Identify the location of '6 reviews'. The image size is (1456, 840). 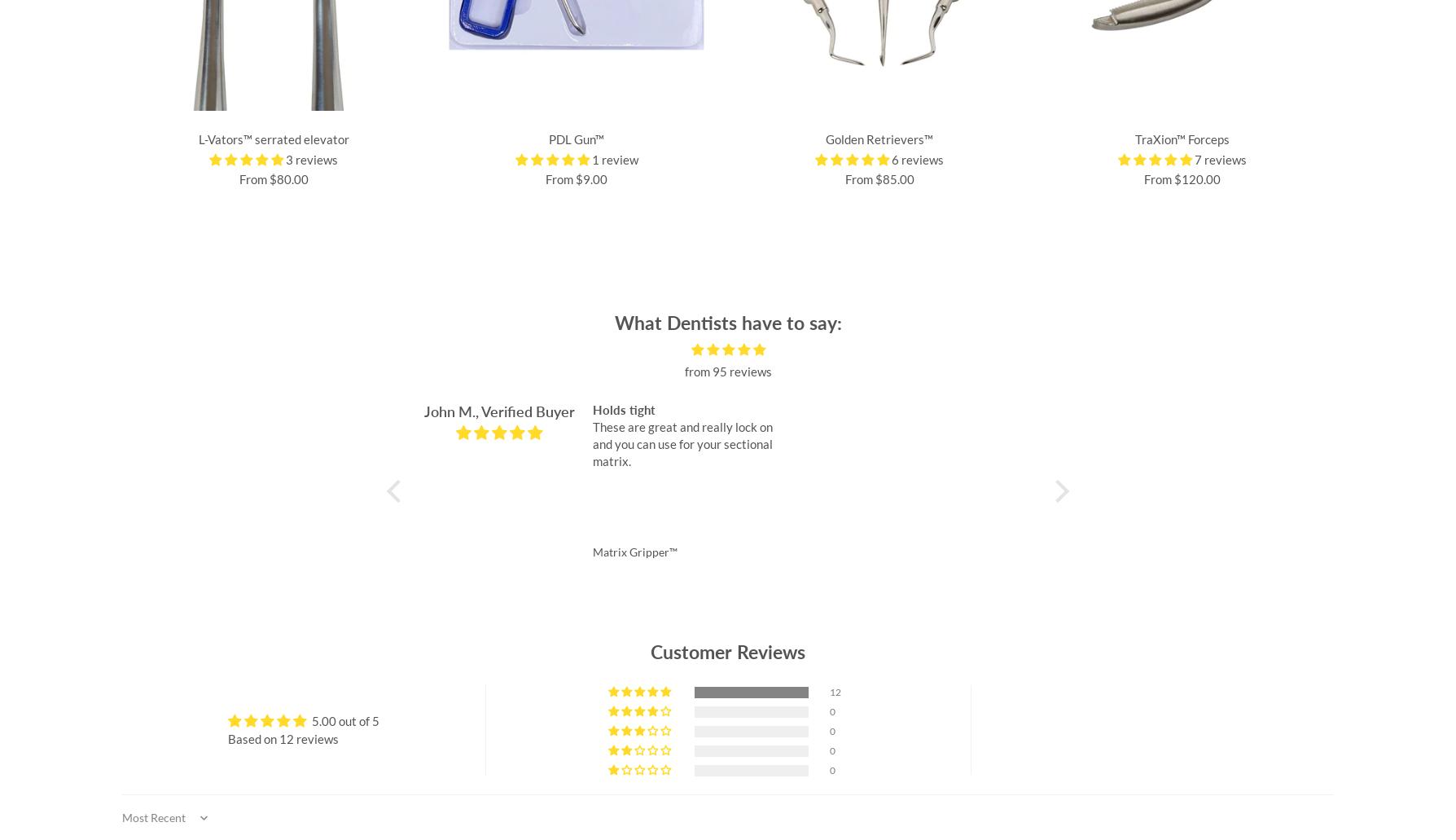
(916, 158).